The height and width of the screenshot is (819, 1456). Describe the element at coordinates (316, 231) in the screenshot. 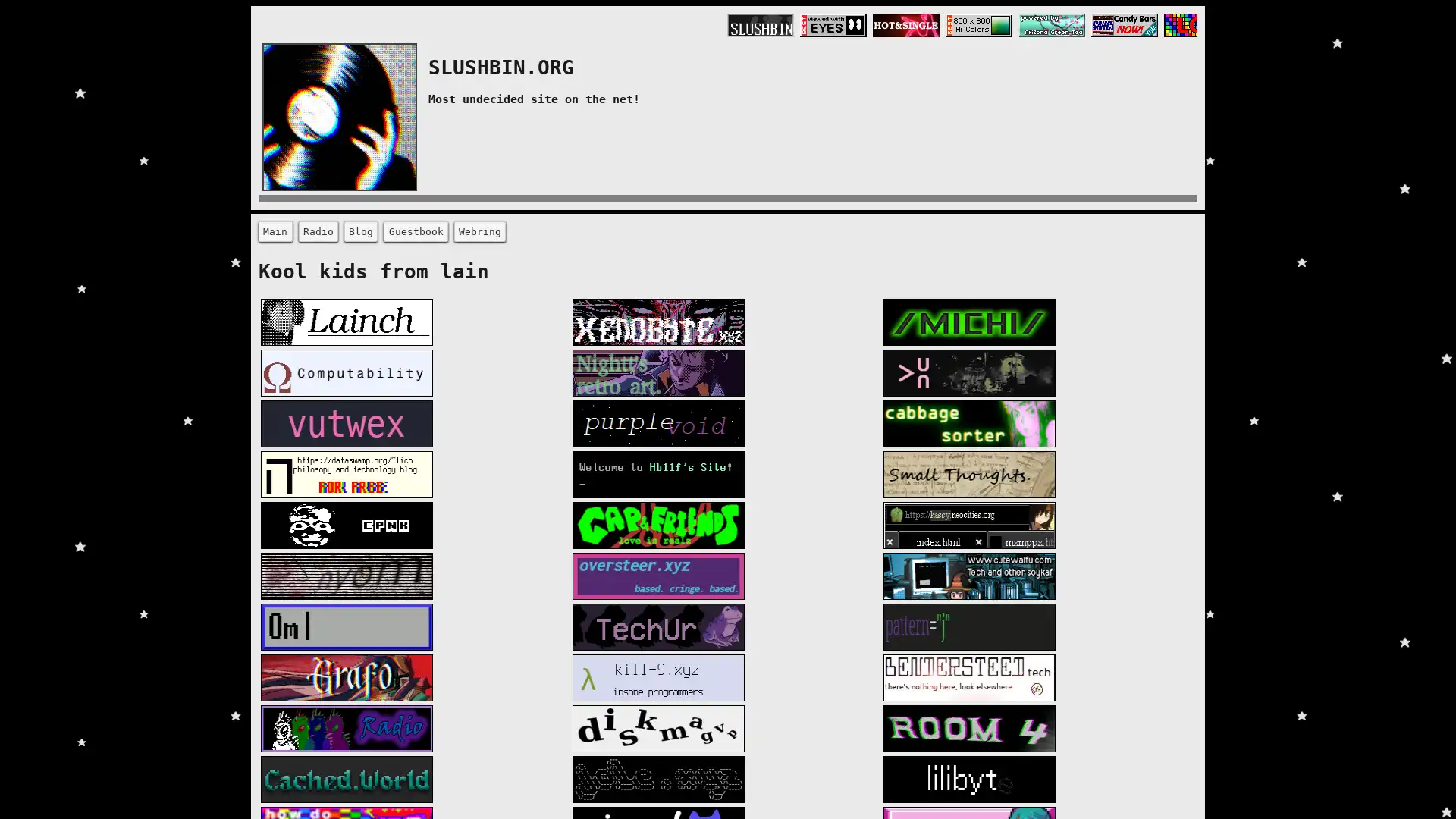

I see `Radio` at that location.